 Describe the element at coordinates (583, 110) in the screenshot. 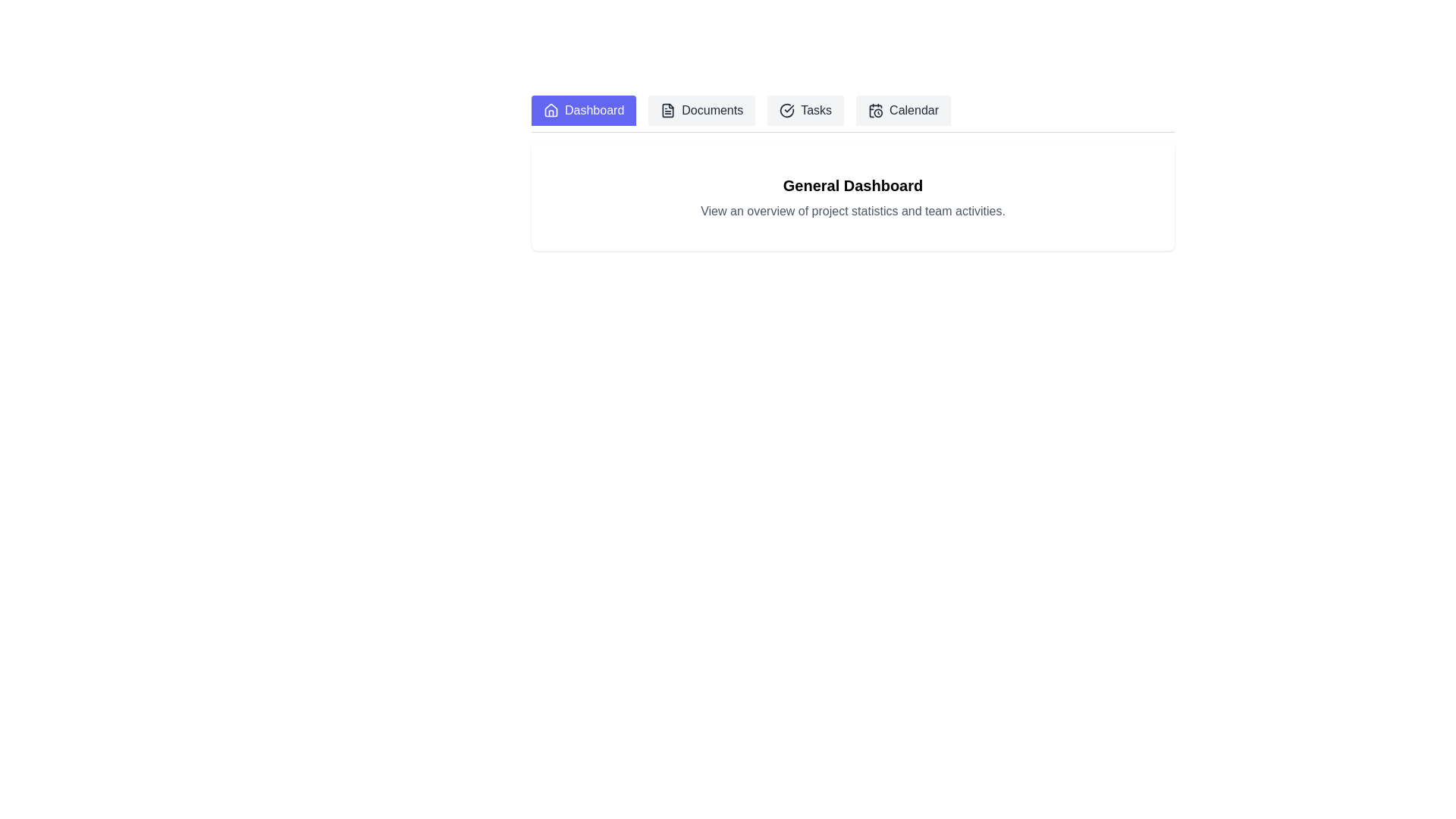

I see `the 'Dashboard' button, which is a horizontally rectangular button with rounded corners, a blue background, and white text` at that location.